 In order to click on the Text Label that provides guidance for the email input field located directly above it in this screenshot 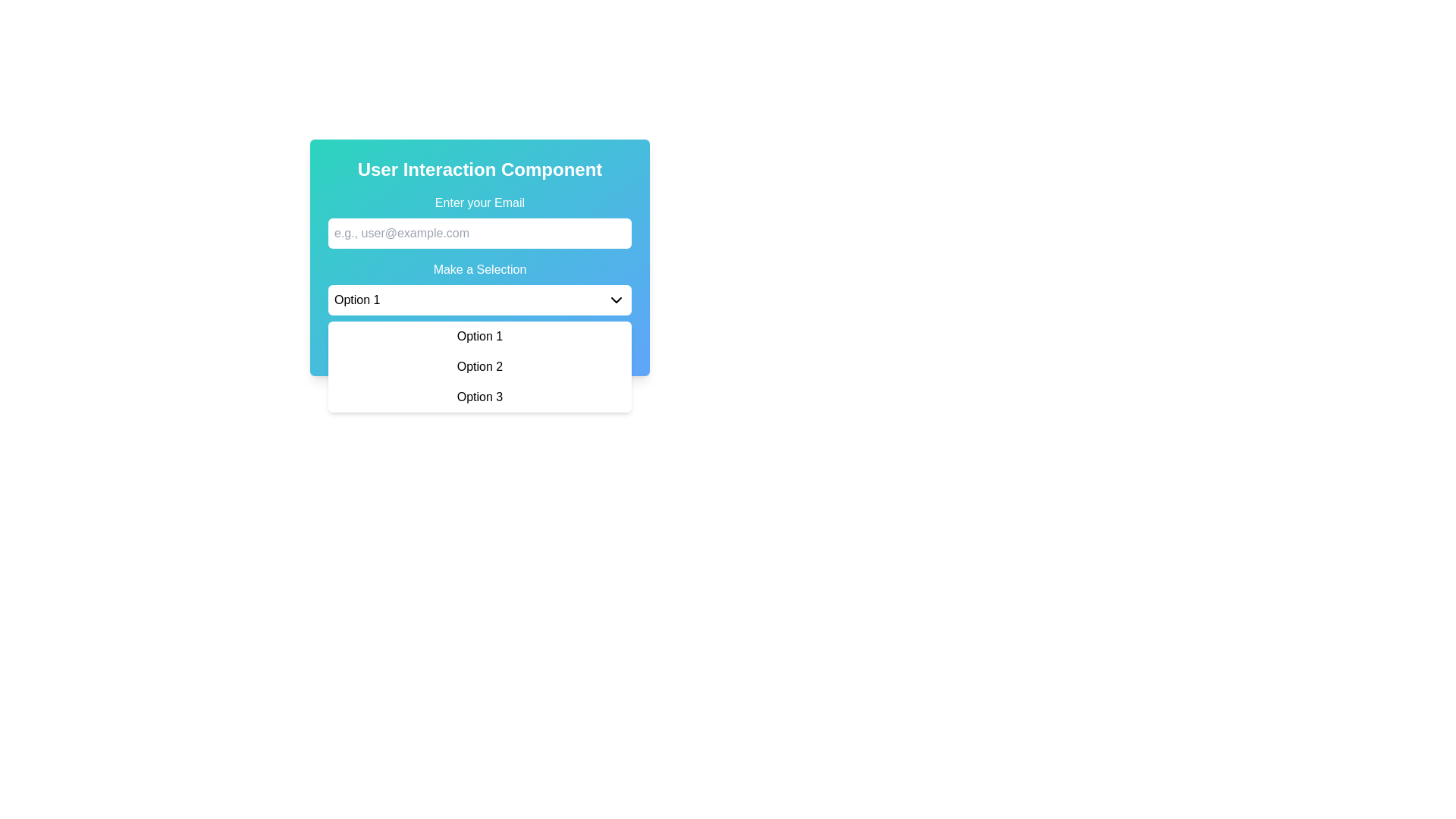, I will do `click(479, 202)`.